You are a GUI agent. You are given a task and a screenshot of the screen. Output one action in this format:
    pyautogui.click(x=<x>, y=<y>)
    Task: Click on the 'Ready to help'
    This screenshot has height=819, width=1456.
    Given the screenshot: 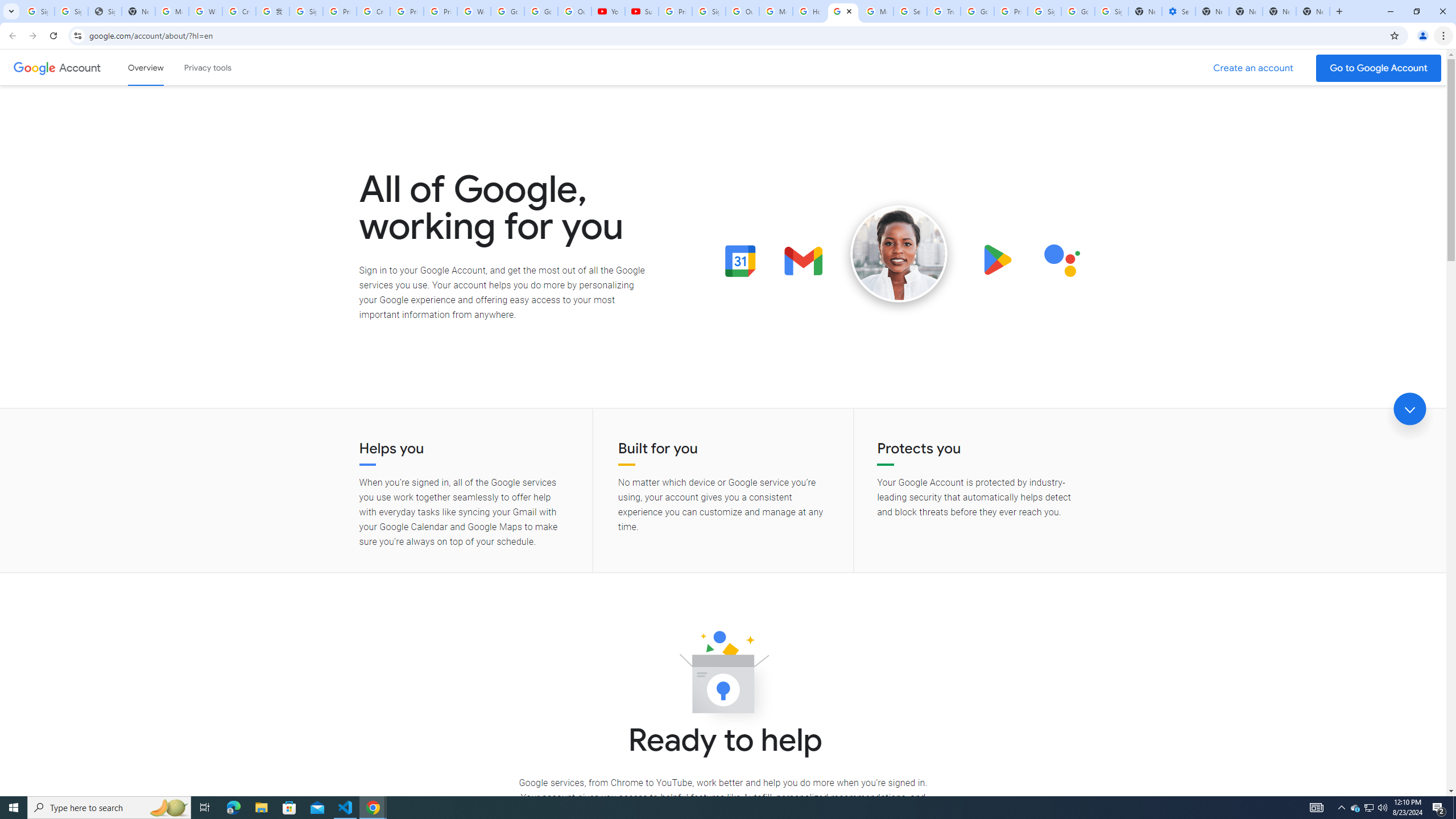 What is the action you would take?
    pyautogui.click(x=723, y=675)
    